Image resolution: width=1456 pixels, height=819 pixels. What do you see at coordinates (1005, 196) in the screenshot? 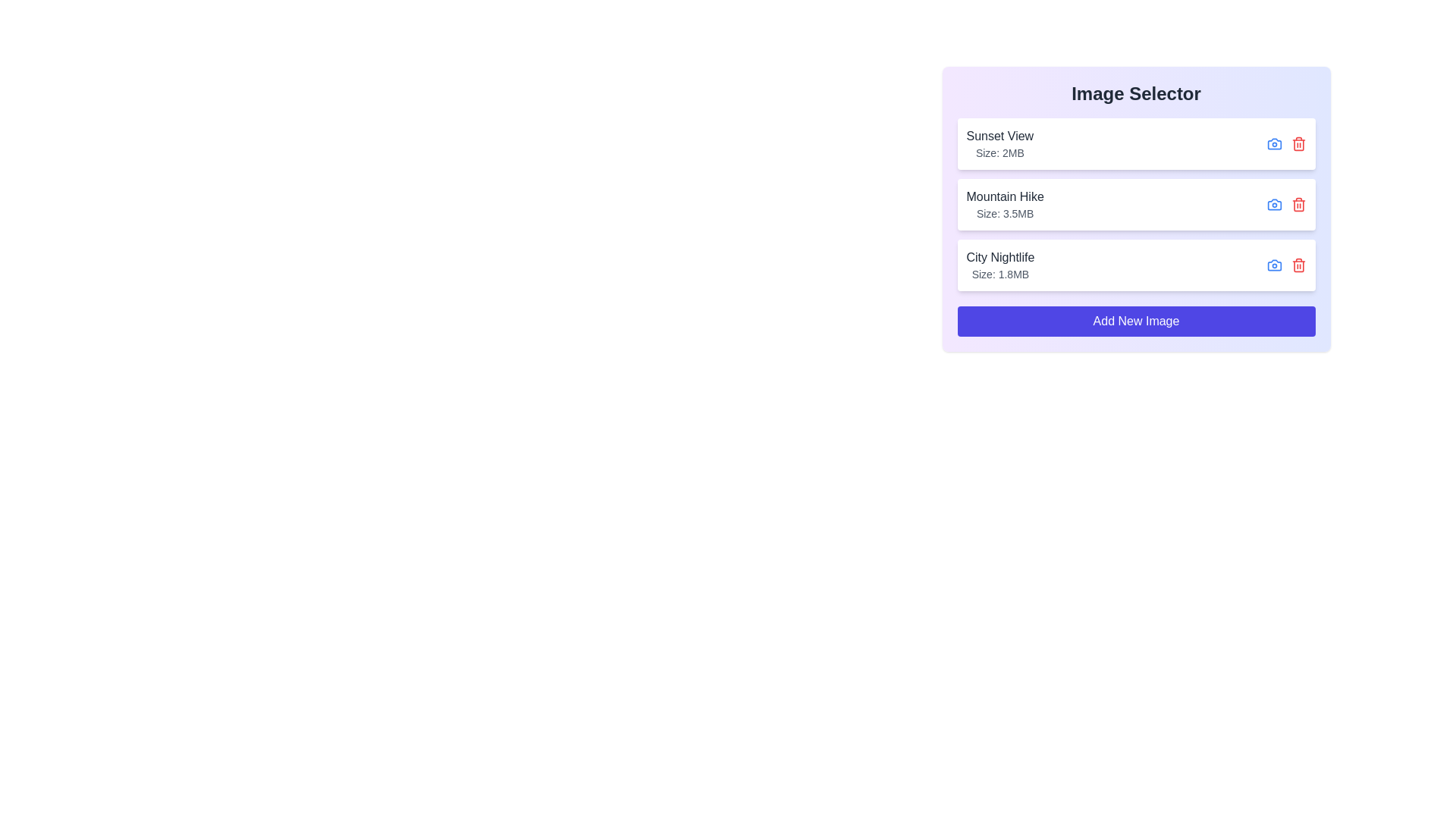
I see `the name of the image to select it. The parameter Mountain Hike specifies the name of the image to be selected` at bounding box center [1005, 196].